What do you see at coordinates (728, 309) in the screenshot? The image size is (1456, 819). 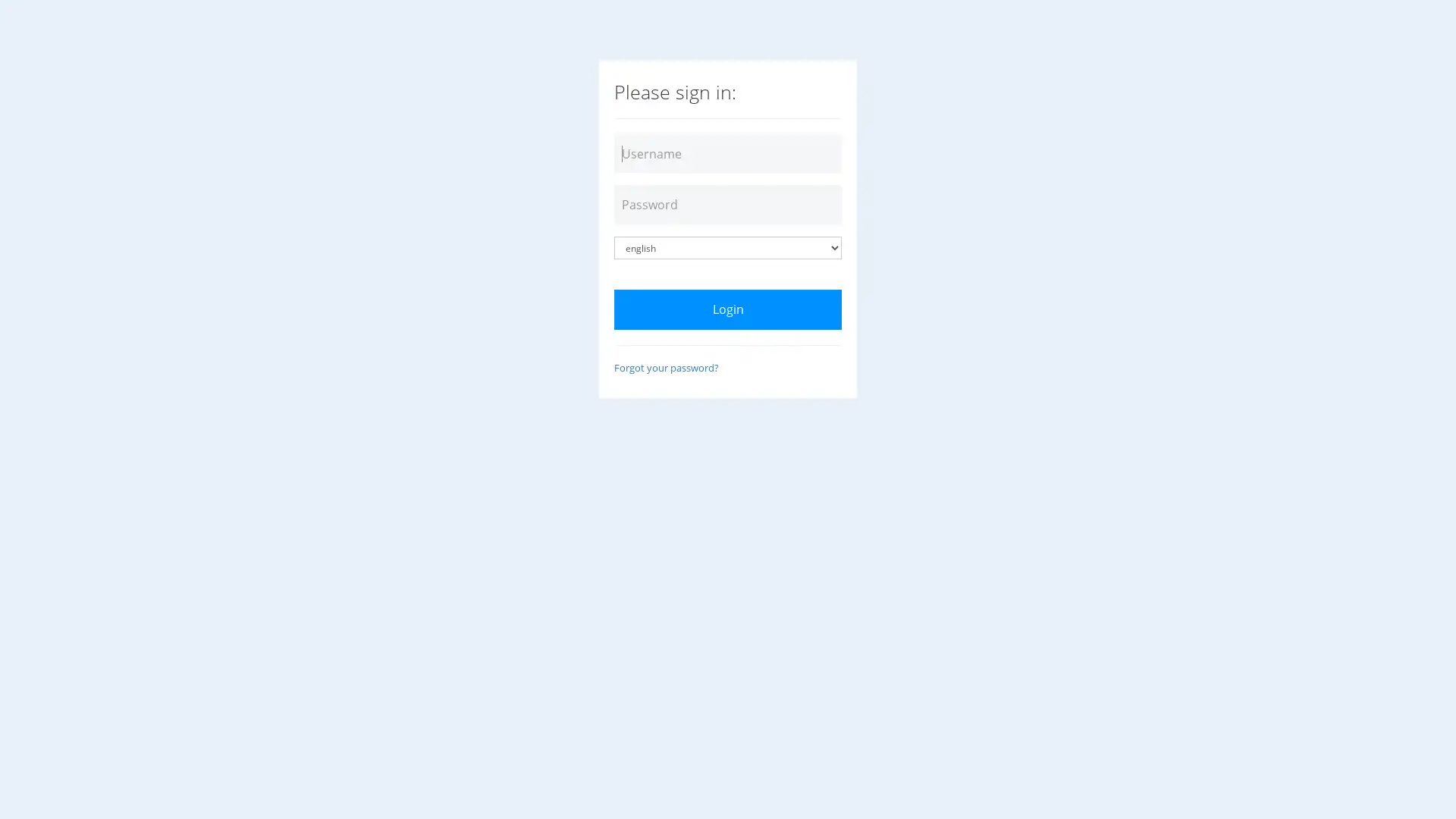 I see `Login` at bounding box center [728, 309].